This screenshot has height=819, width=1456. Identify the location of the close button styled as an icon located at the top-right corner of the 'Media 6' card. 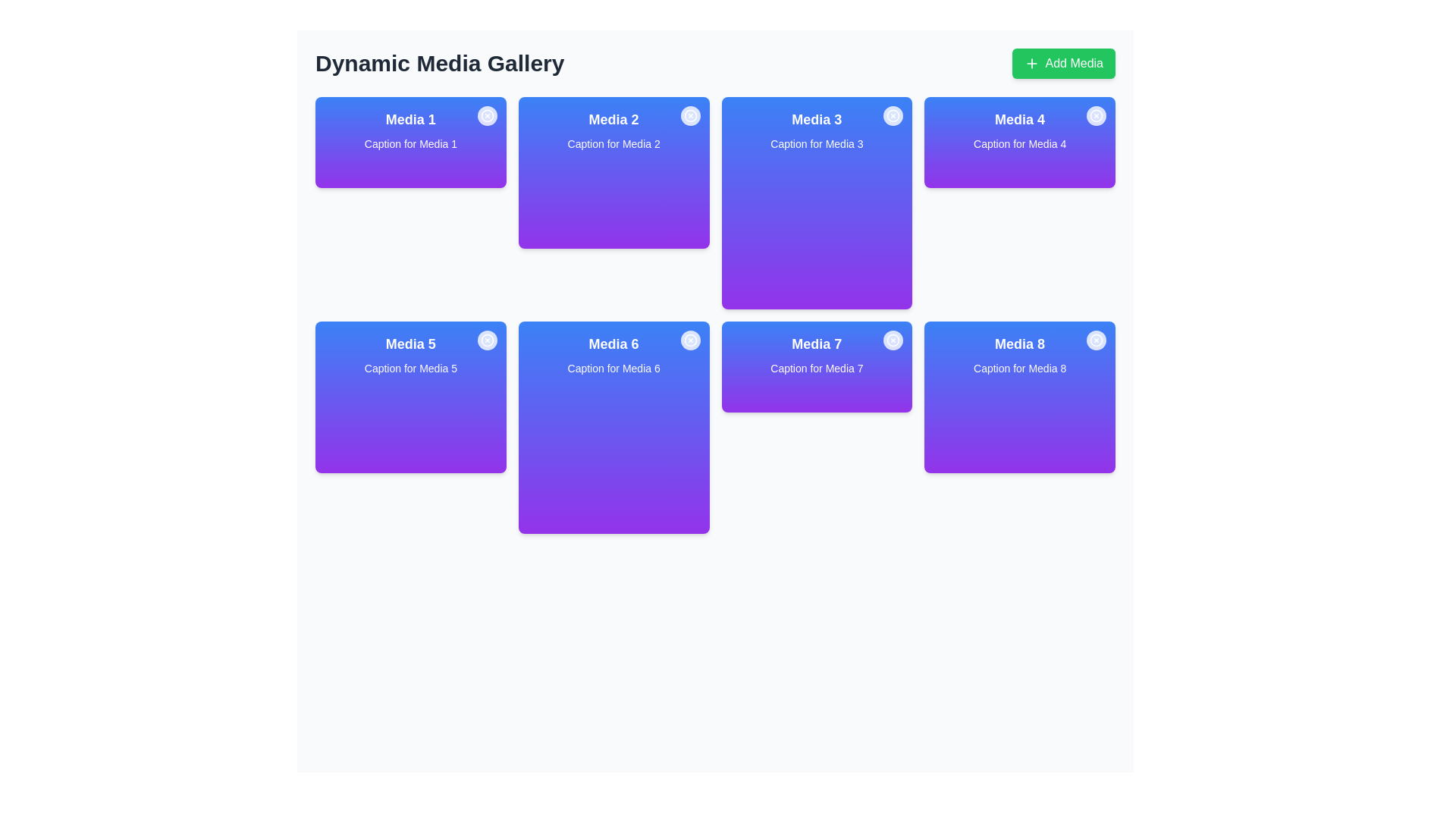
(689, 341).